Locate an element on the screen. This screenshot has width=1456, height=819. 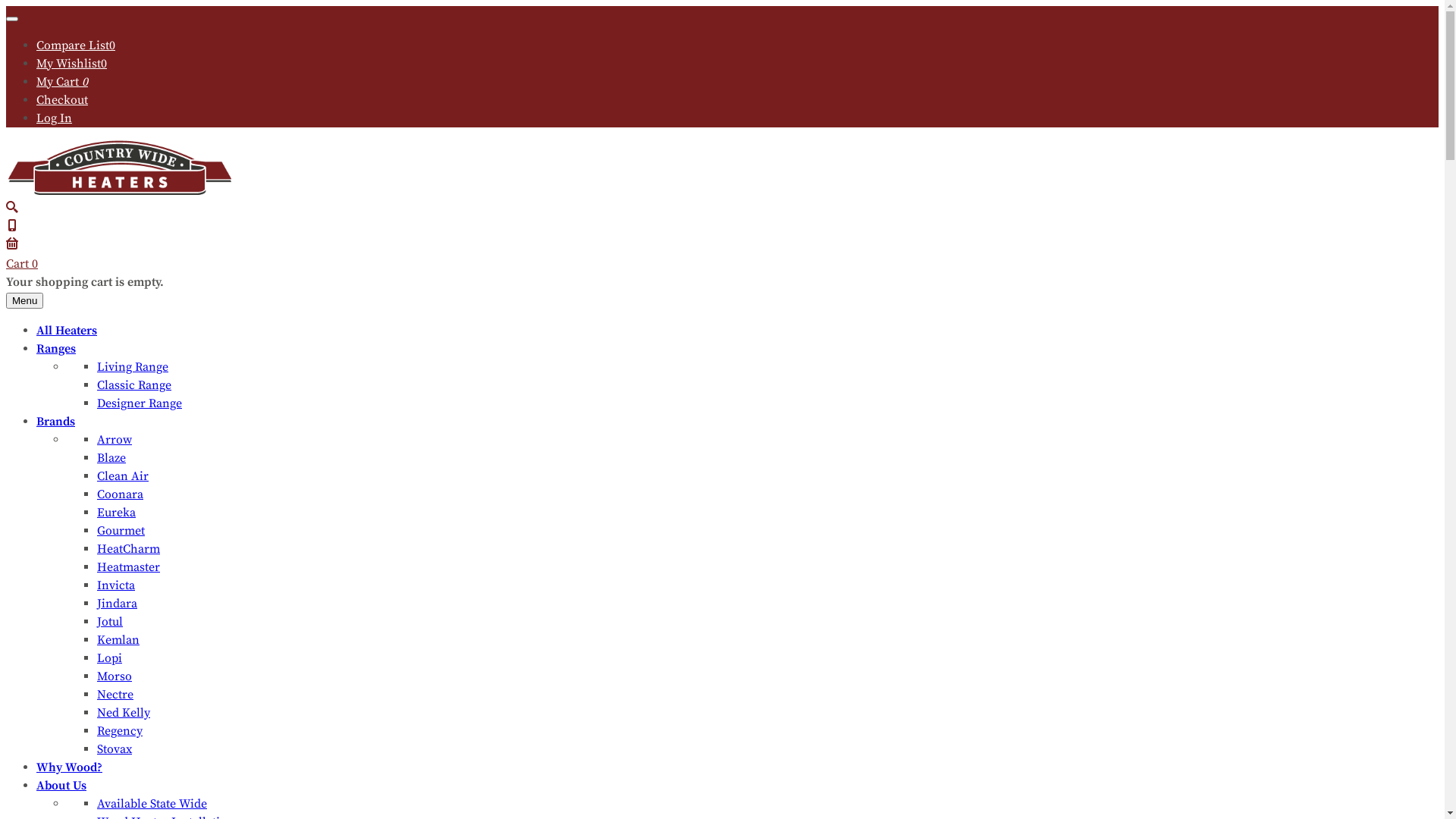
'Ranges' is located at coordinates (36, 348).